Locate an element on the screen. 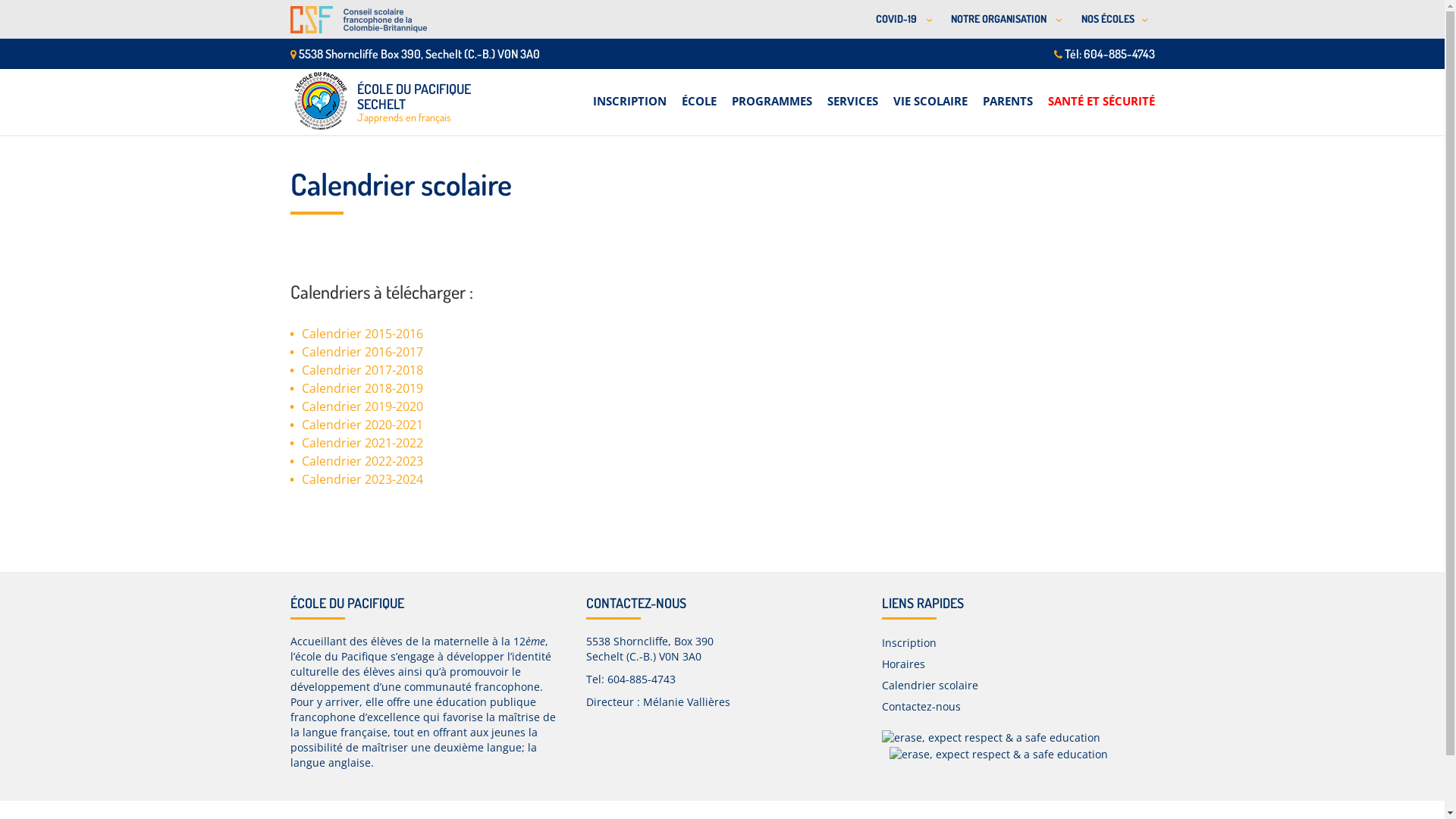 The width and height of the screenshot is (1456, 819). 'Inscription' is located at coordinates (908, 642).